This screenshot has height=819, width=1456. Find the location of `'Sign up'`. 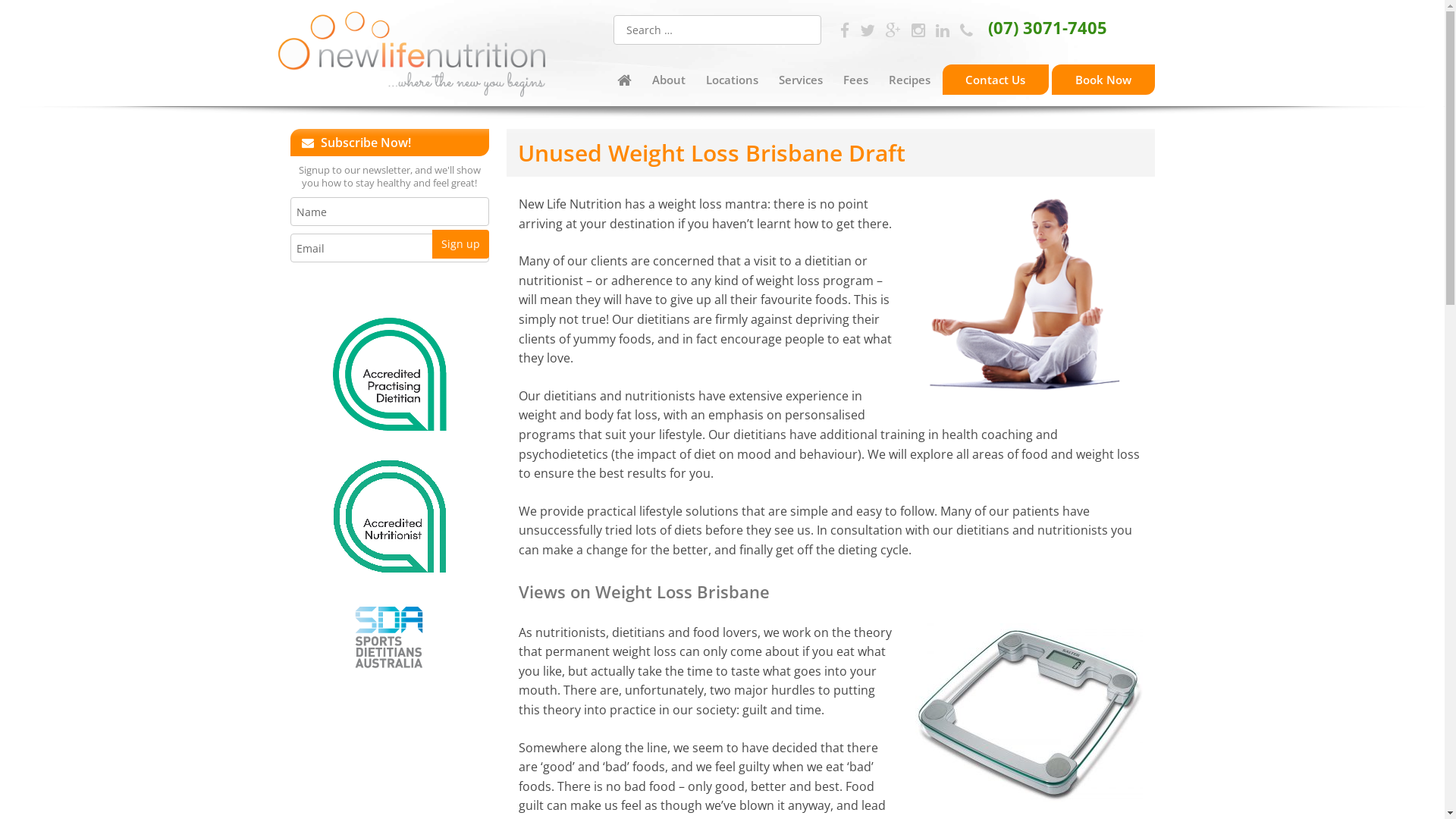

'Sign up' is located at coordinates (460, 243).